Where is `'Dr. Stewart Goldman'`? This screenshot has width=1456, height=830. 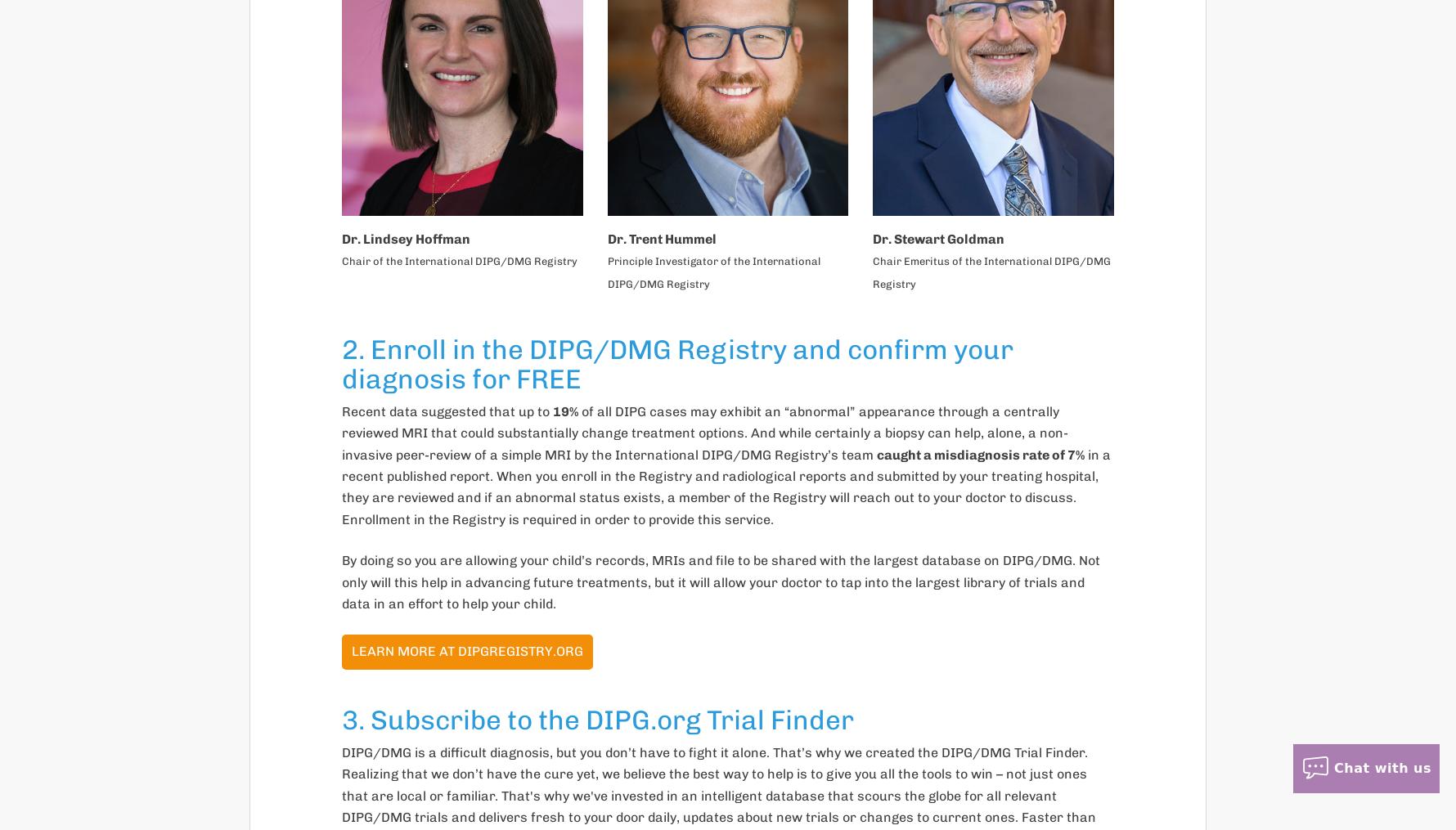 'Dr. Stewart Goldman' is located at coordinates (937, 238).